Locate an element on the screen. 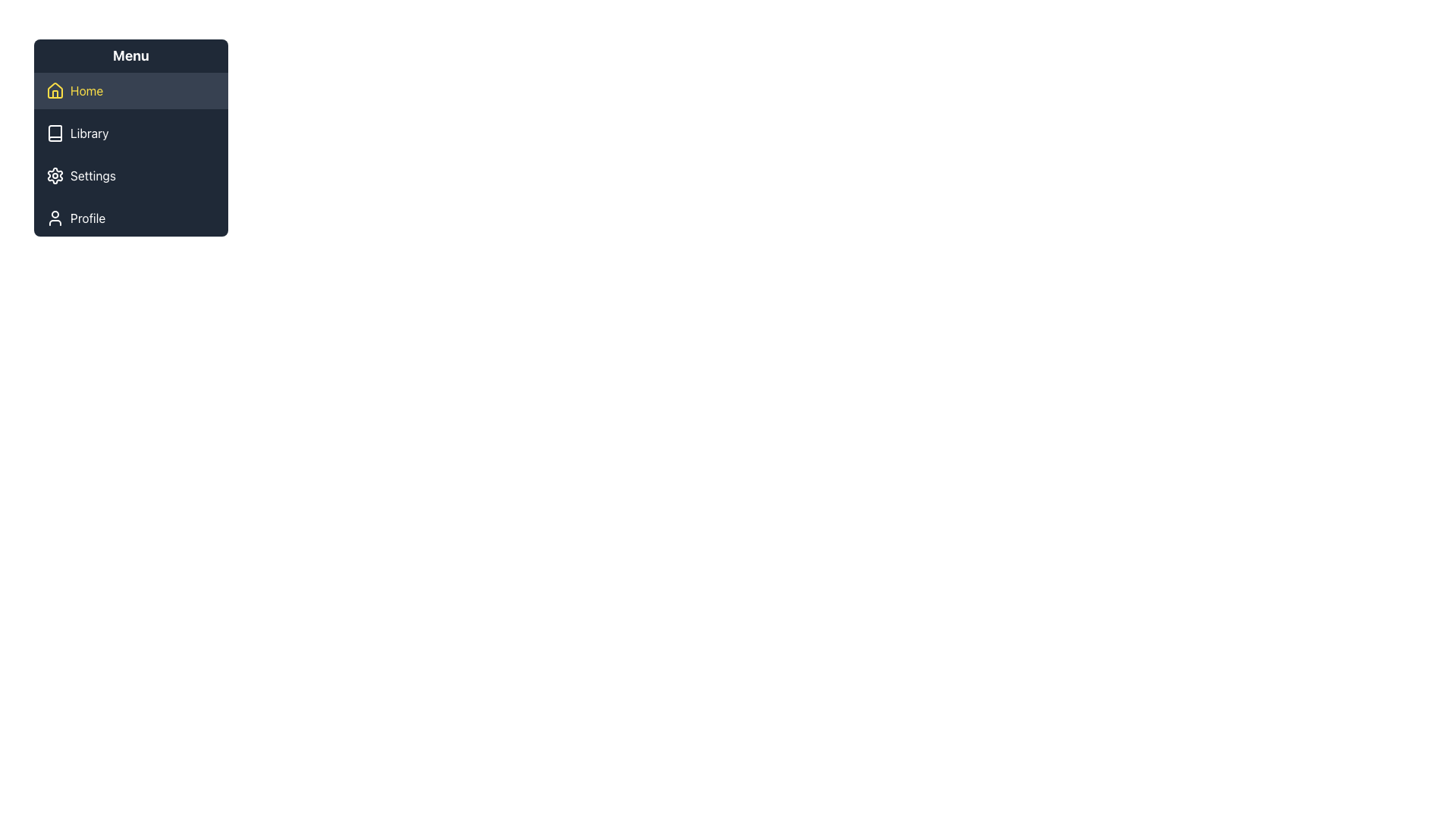 This screenshot has width=1456, height=819. the first item in the vertical navigation menu is located at coordinates (130, 90).